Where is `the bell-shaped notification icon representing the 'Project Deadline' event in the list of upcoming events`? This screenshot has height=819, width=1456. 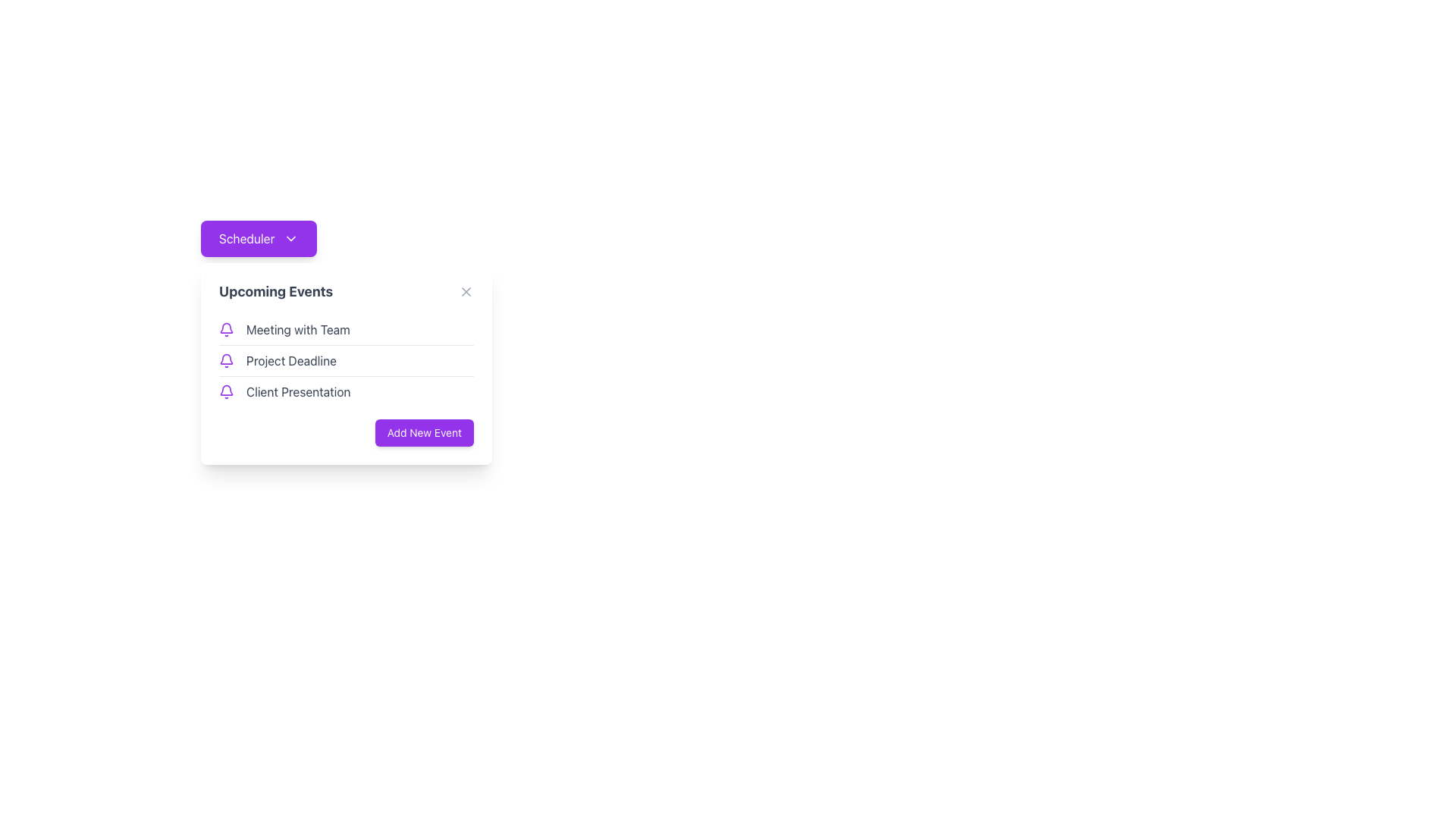
the bell-shaped notification icon representing the 'Project Deadline' event in the list of upcoming events is located at coordinates (225, 359).